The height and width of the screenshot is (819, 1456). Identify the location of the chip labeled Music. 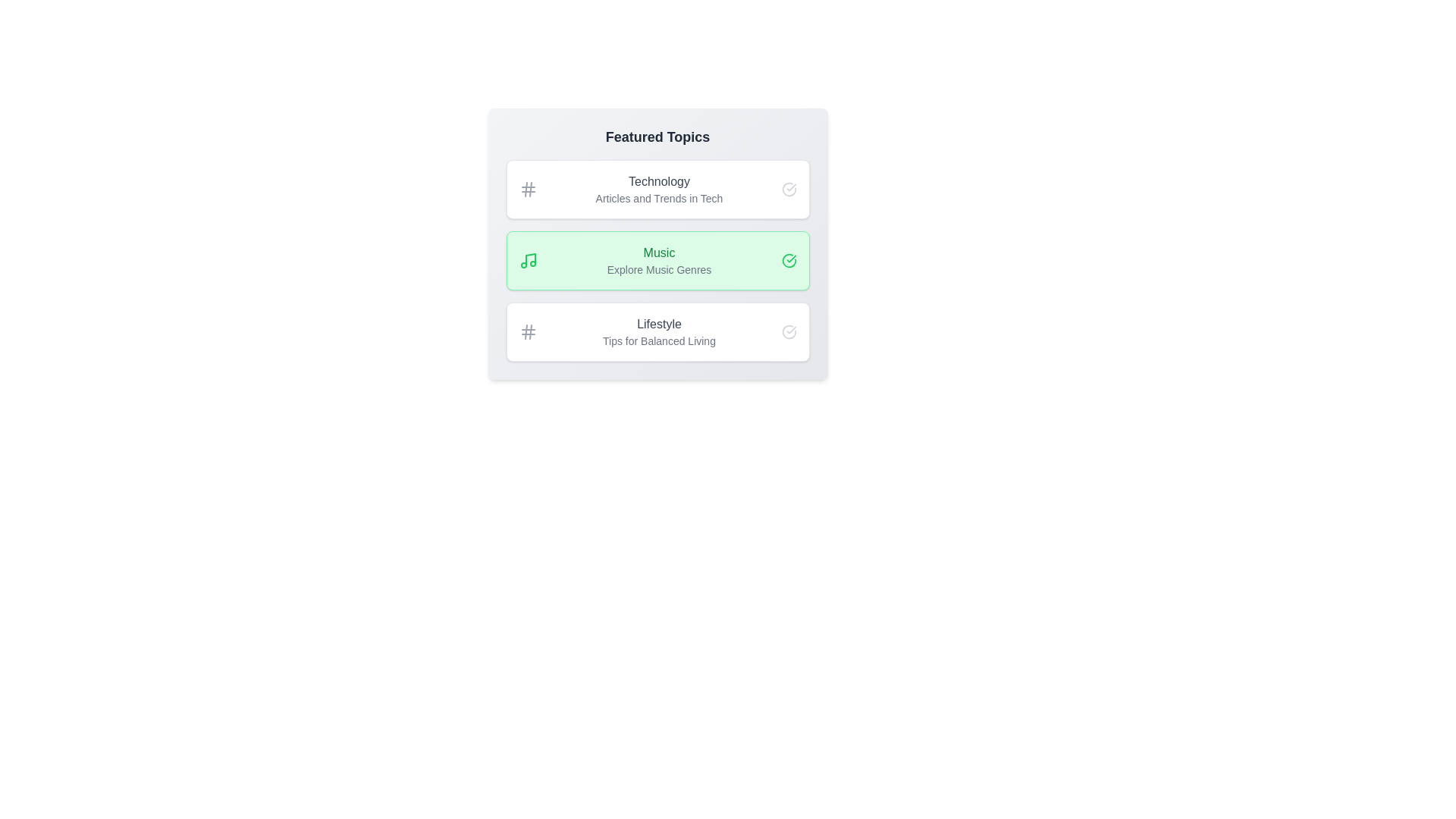
(657, 259).